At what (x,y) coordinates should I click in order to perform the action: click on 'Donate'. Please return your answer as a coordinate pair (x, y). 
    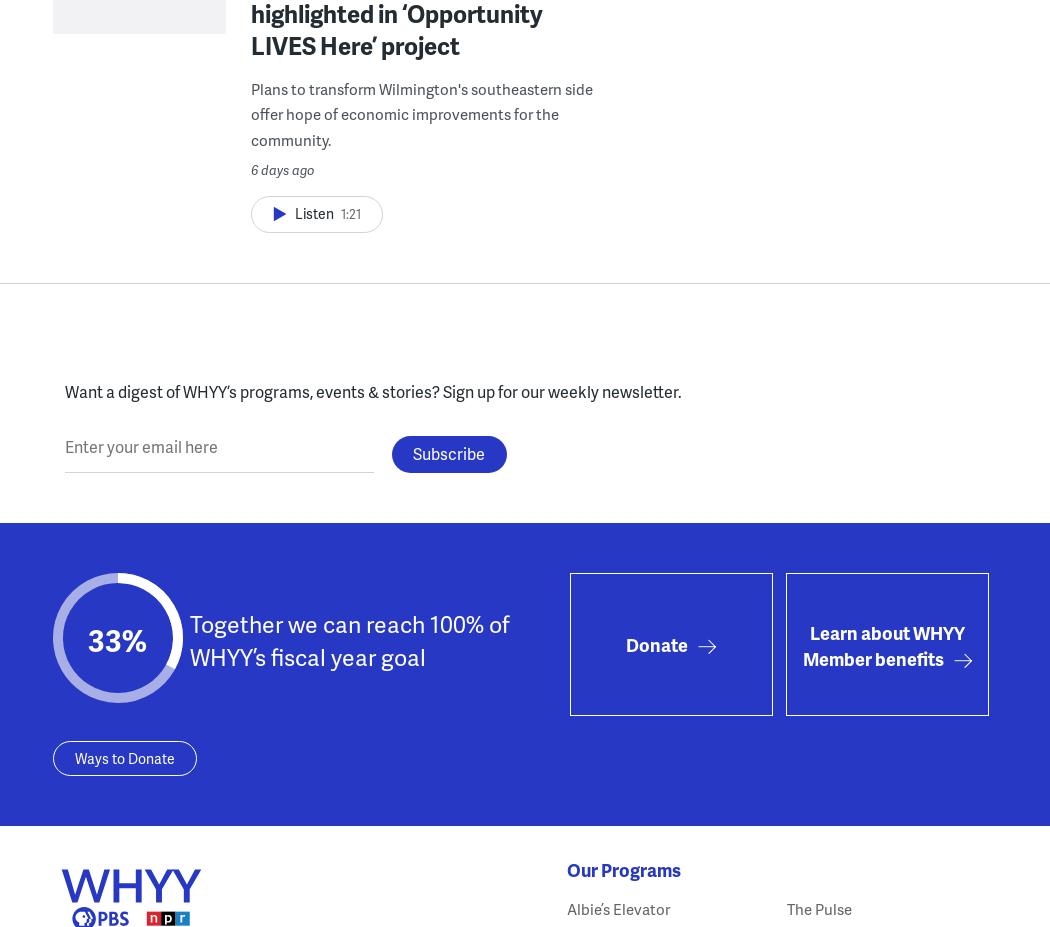
    Looking at the image, I should click on (626, 643).